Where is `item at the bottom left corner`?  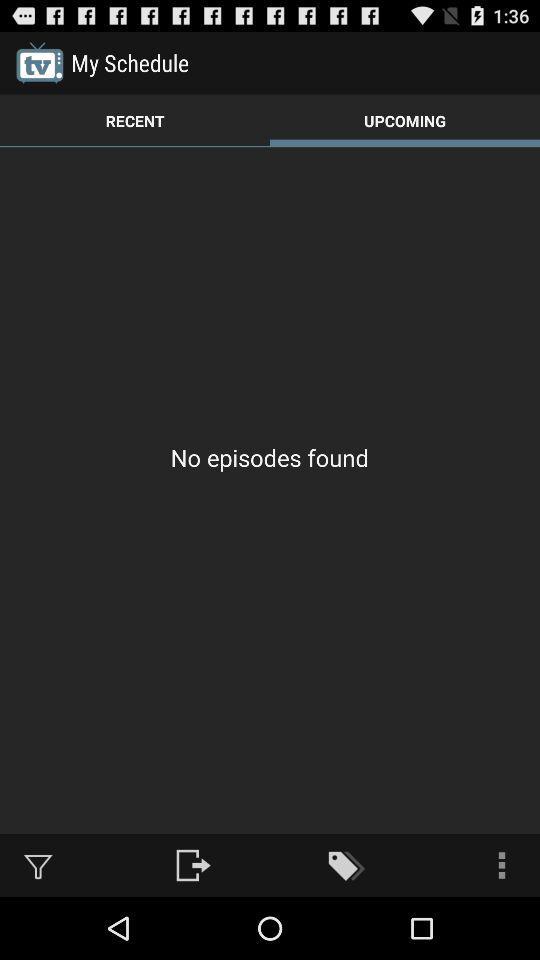
item at the bottom left corner is located at coordinates (38, 864).